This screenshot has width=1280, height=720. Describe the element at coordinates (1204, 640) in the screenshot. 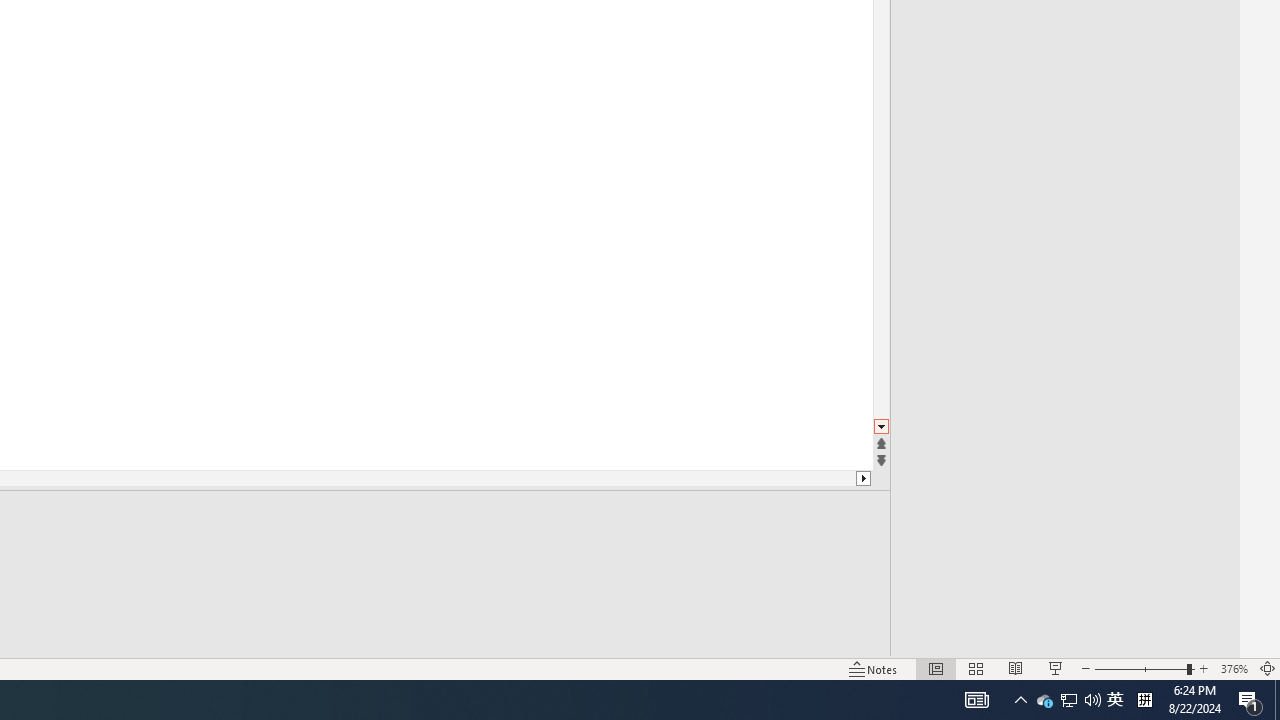

I see `'Increase Text Size'` at that location.